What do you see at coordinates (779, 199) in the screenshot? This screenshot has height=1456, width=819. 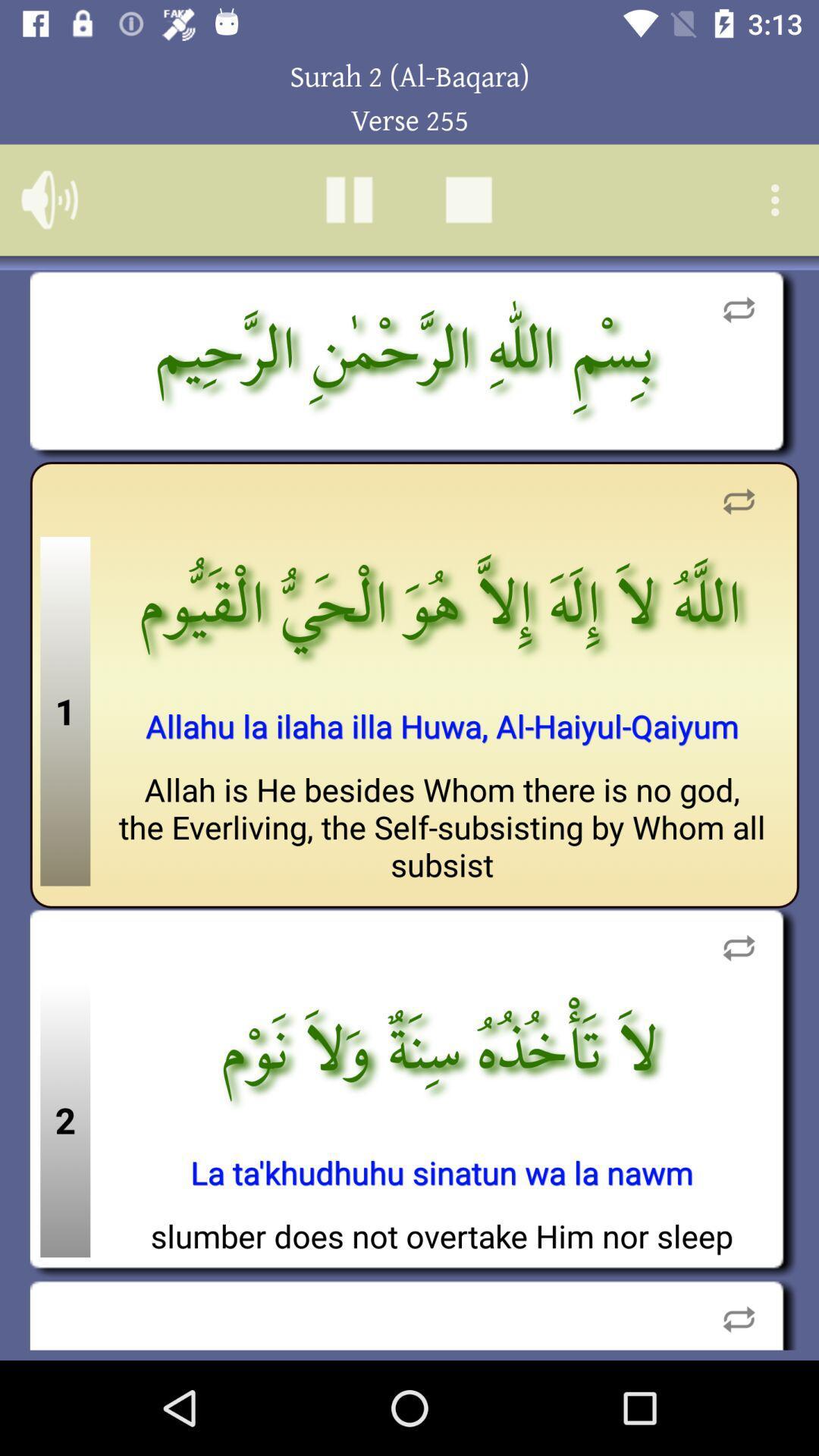 I see `item below surah 2 al icon` at bounding box center [779, 199].